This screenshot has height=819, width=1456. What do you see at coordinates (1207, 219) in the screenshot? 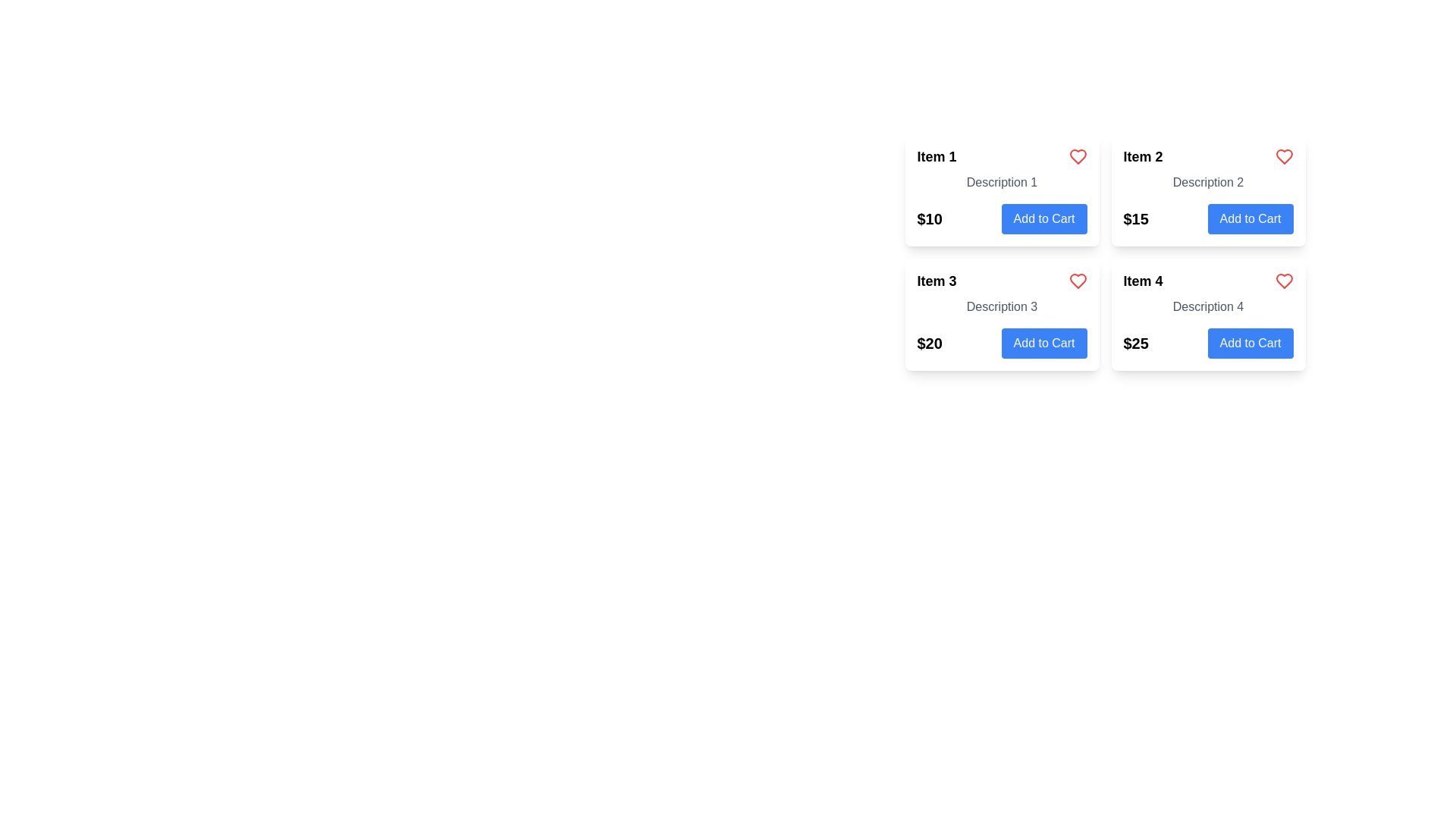
I see `the 'Add to Cart' button located at the bottom of the second item card, which displays the price '$15' on the left` at bounding box center [1207, 219].